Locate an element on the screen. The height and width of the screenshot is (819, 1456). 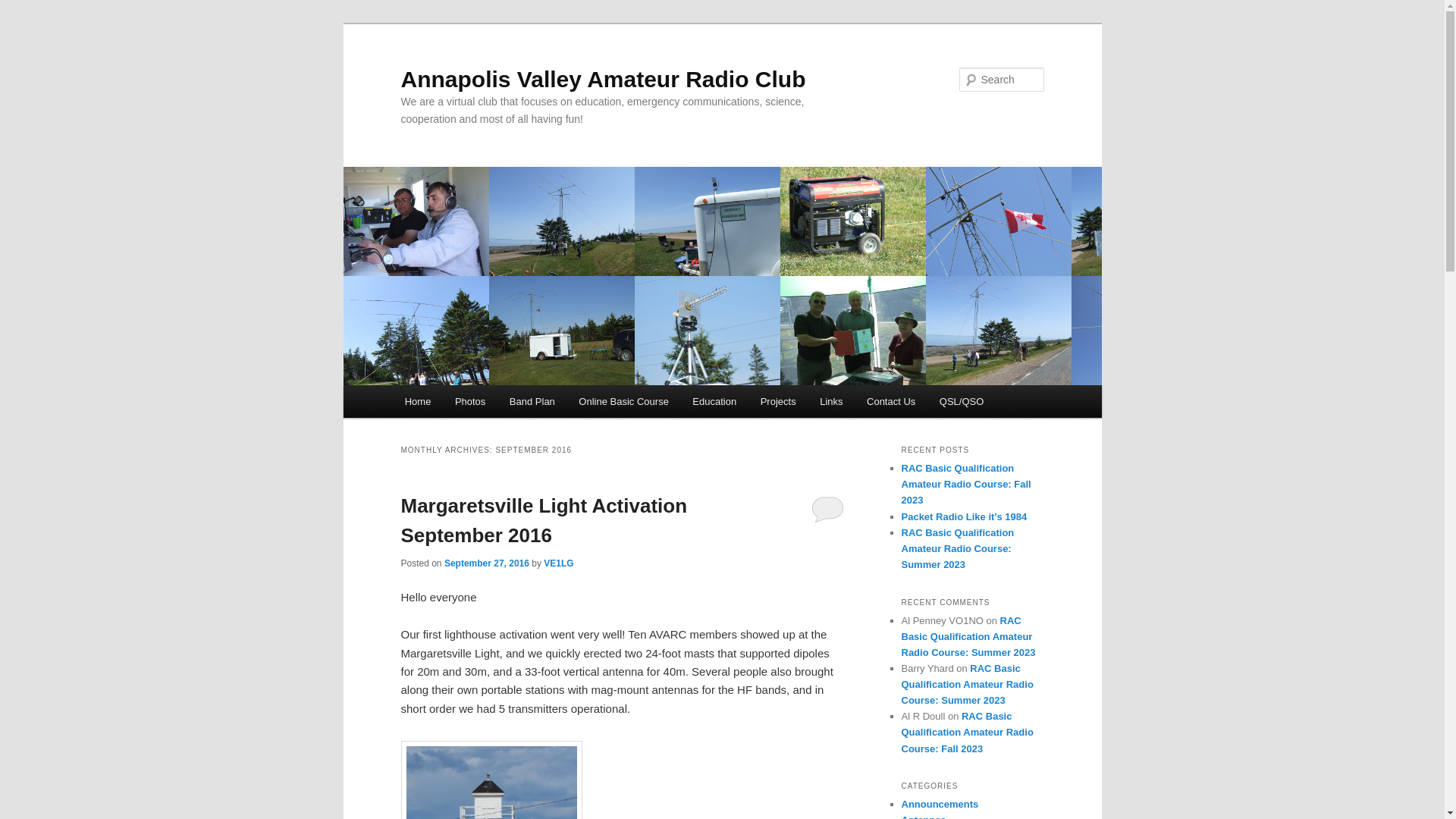
'September 27, 2016' is located at coordinates (487, 563).